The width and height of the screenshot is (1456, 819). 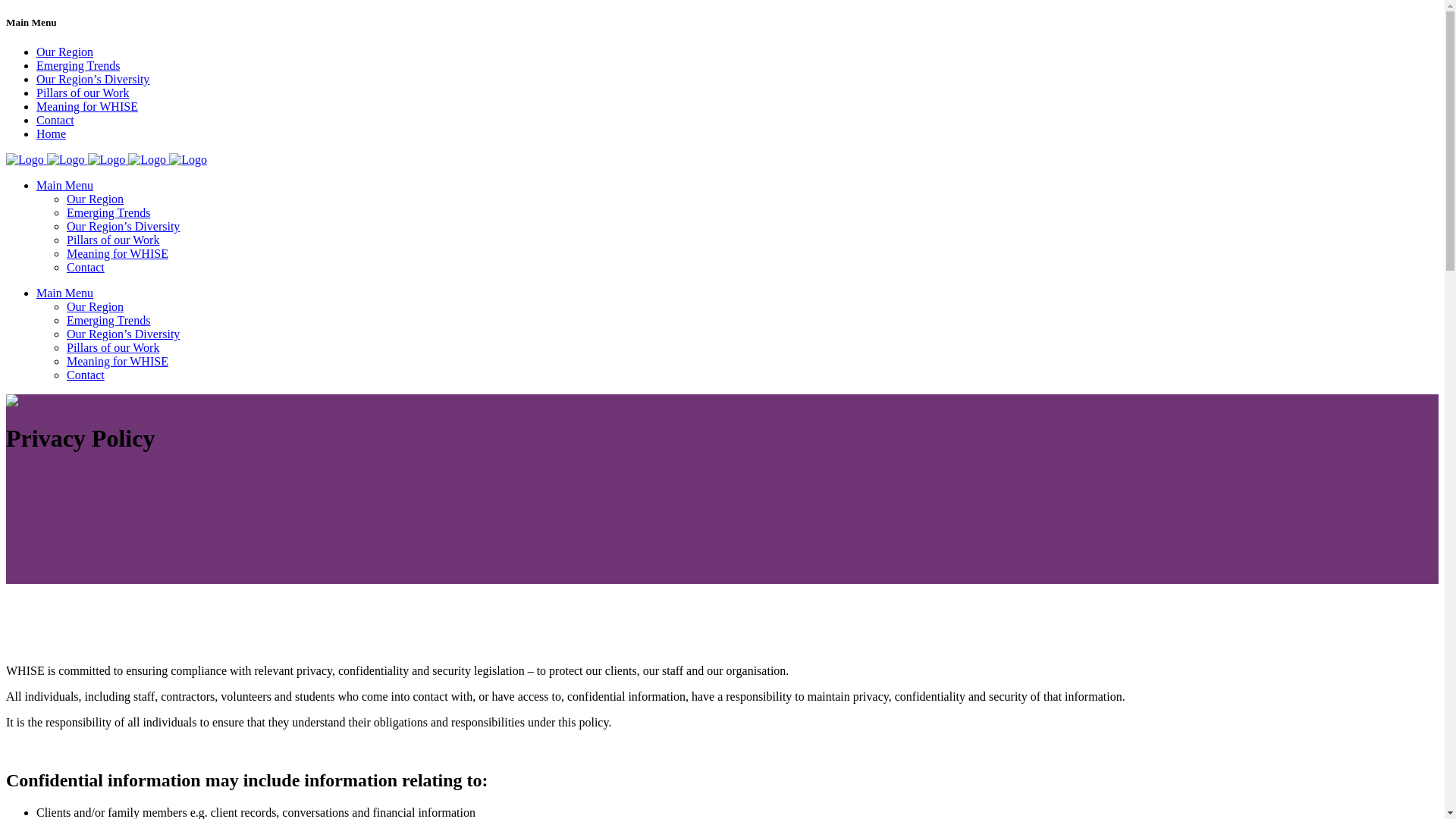 I want to click on 'Our Region', so click(x=94, y=306).